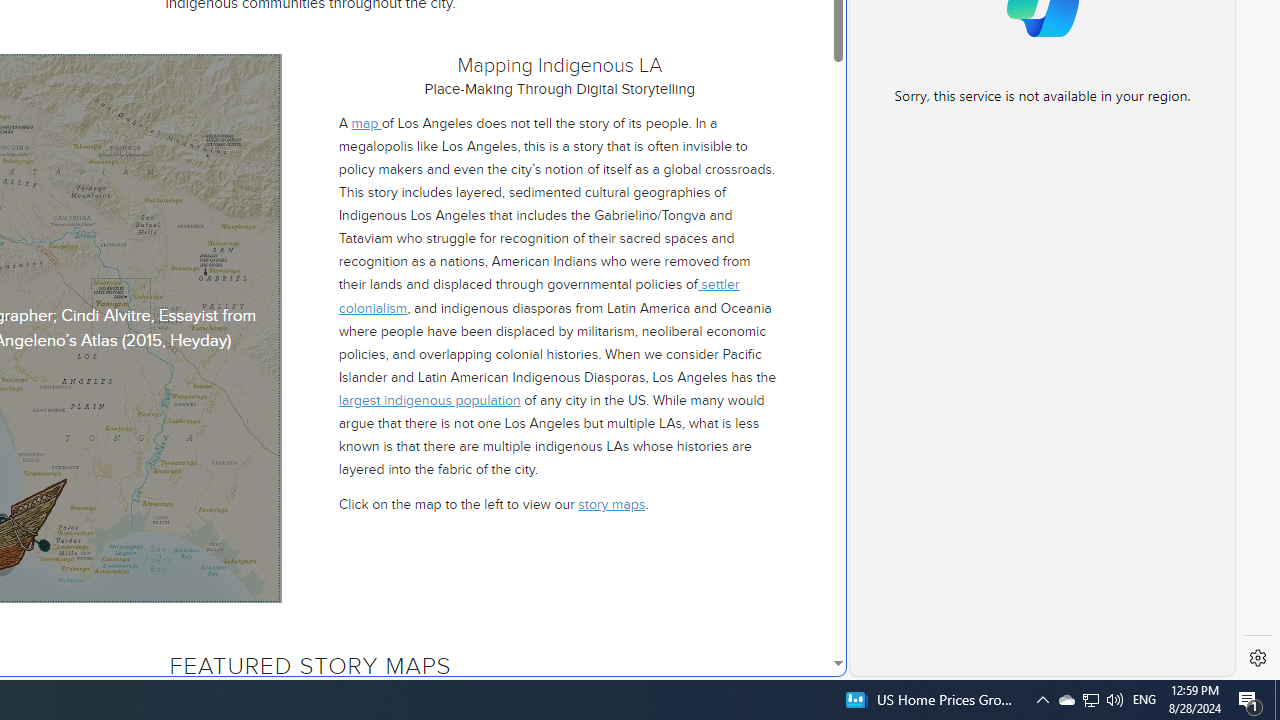 This screenshot has width=1280, height=720. Describe the element at coordinates (538, 296) in the screenshot. I see `' settler colonialism'` at that location.